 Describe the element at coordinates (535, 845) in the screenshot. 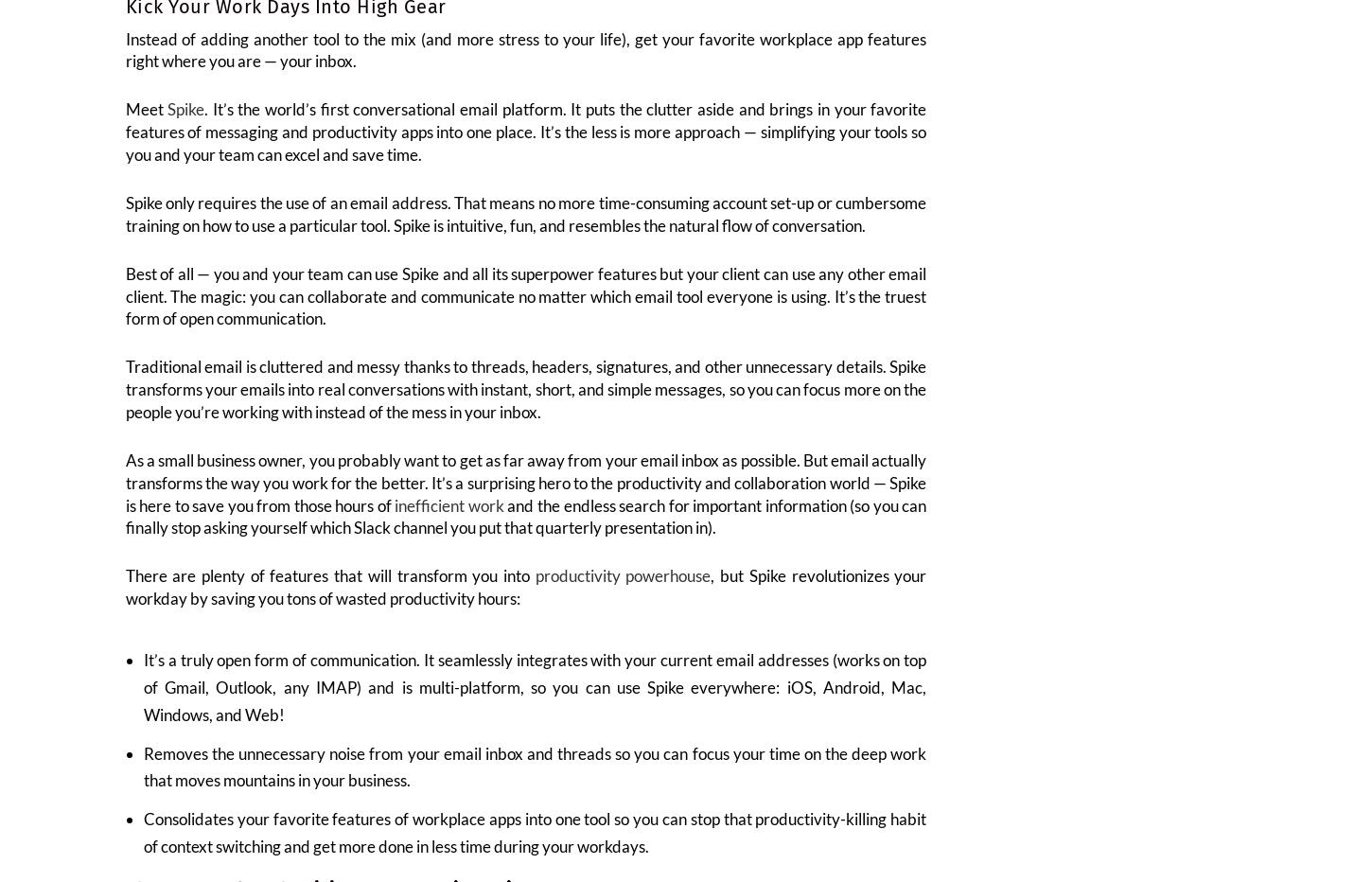

I see `'Consolidates your favorite features of workplace apps into one tool so you can stop that productivity-killing habit of context switching and get more done in less time during your workdays.'` at that location.